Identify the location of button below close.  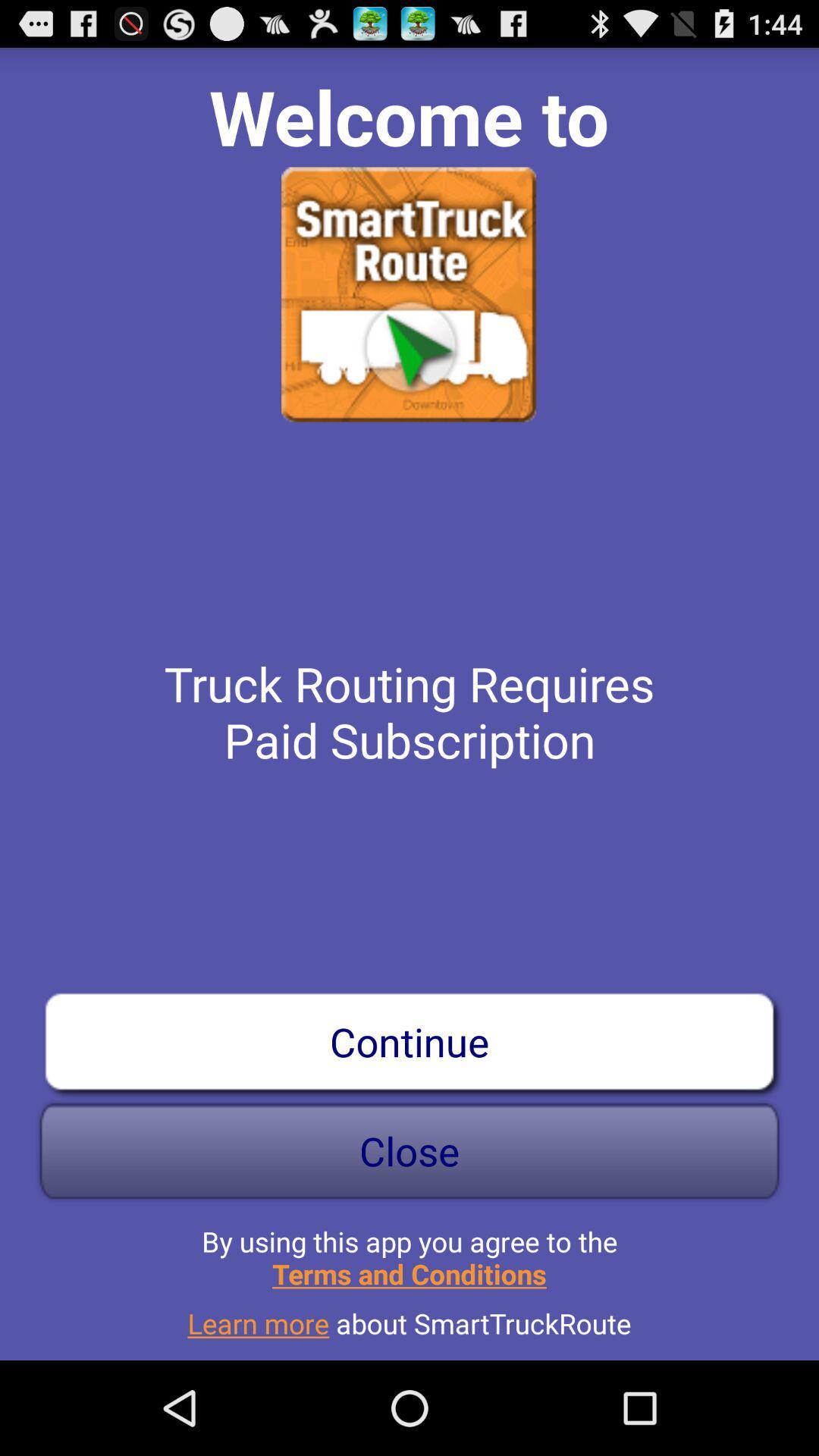
(409, 1251).